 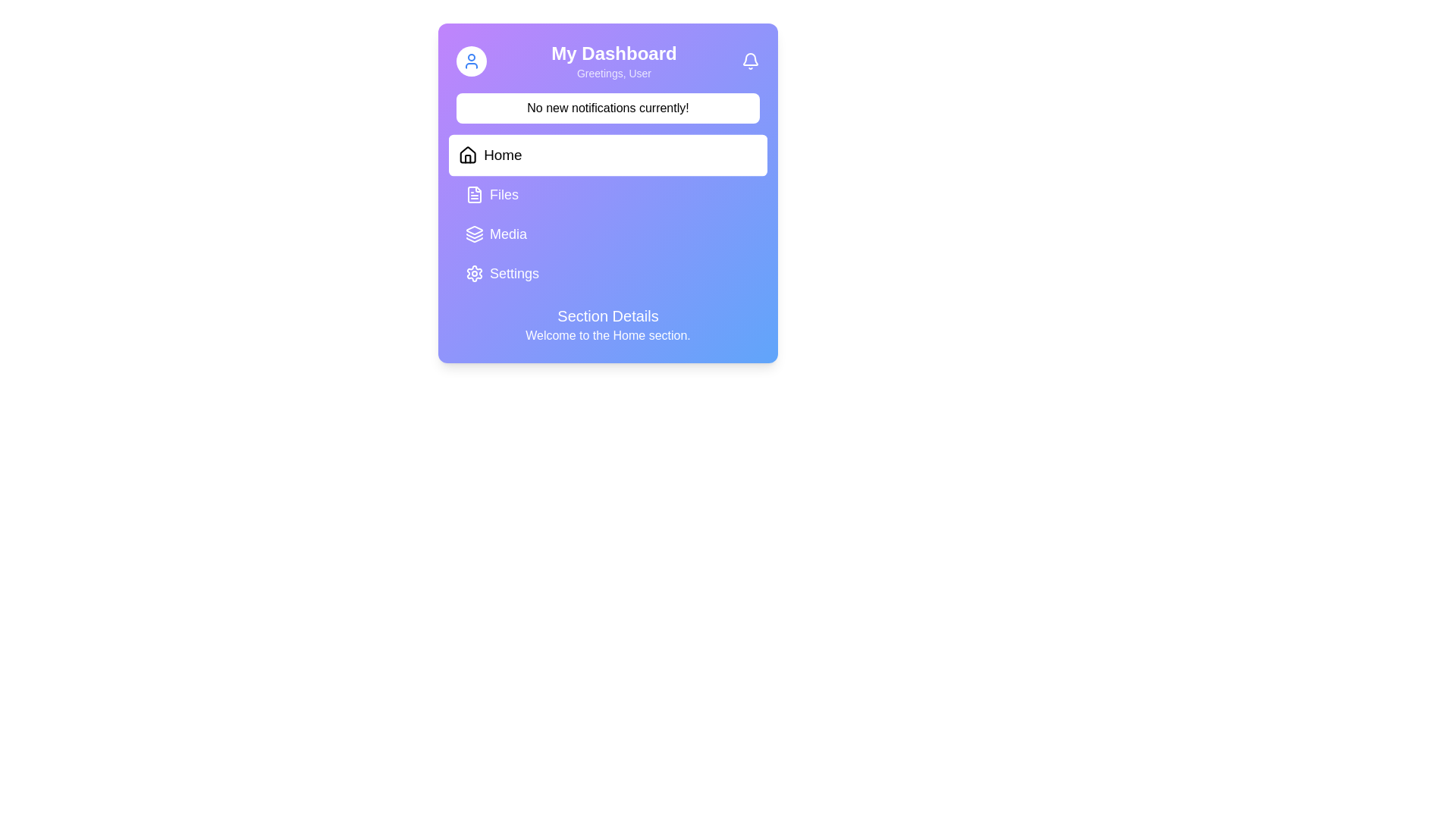 I want to click on the SVG icon labeled 'Media' that is styled with a stroke outline and is located in the vertical navigation list, so click(x=473, y=234).